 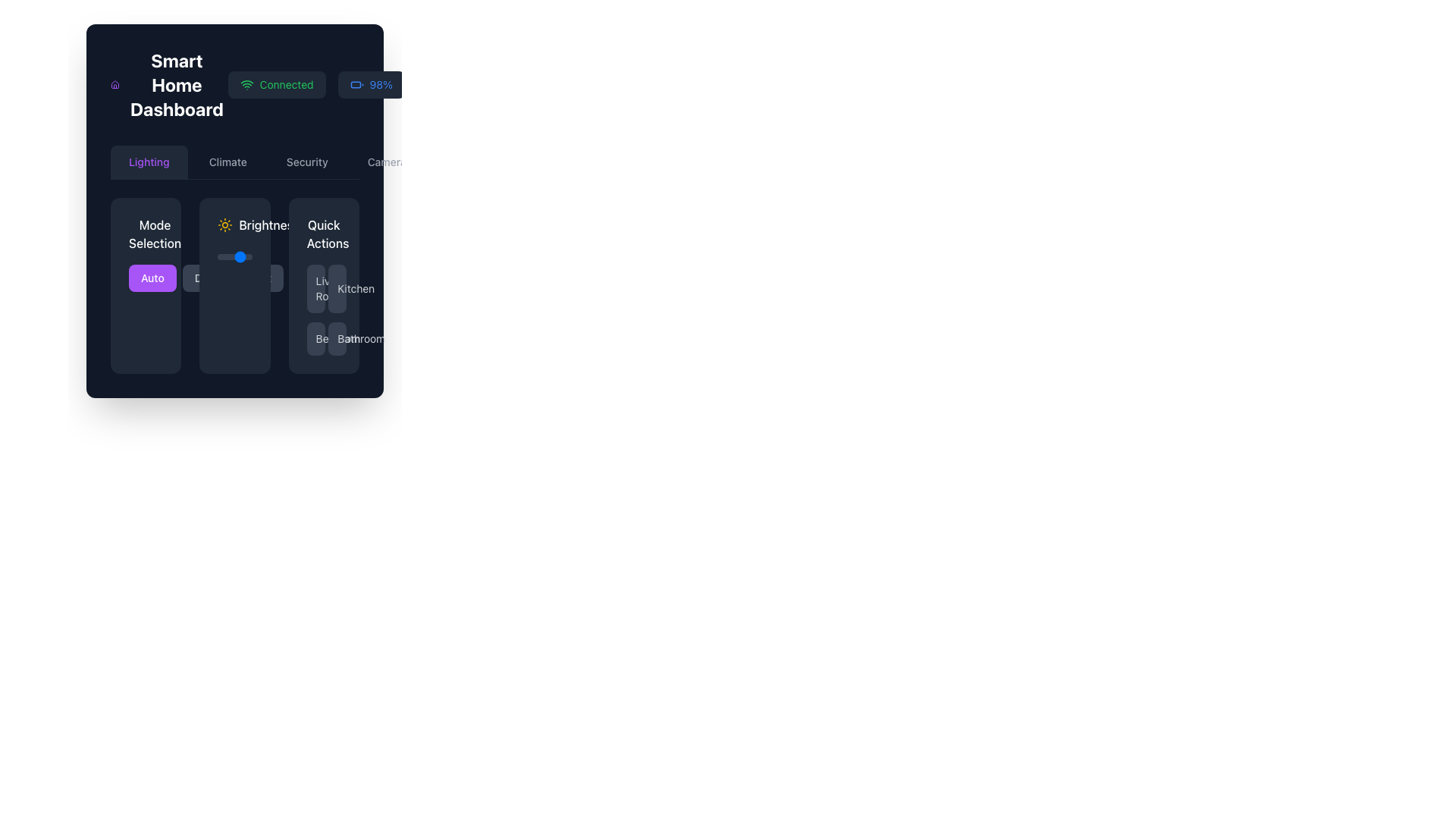 What do you see at coordinates (323, 286) in the screenshot?
I see `the 'Living Room' button within the 'Quick Actions' widget, which is positioned in the rightmost column of the interface` at bounding box center [323, 286].